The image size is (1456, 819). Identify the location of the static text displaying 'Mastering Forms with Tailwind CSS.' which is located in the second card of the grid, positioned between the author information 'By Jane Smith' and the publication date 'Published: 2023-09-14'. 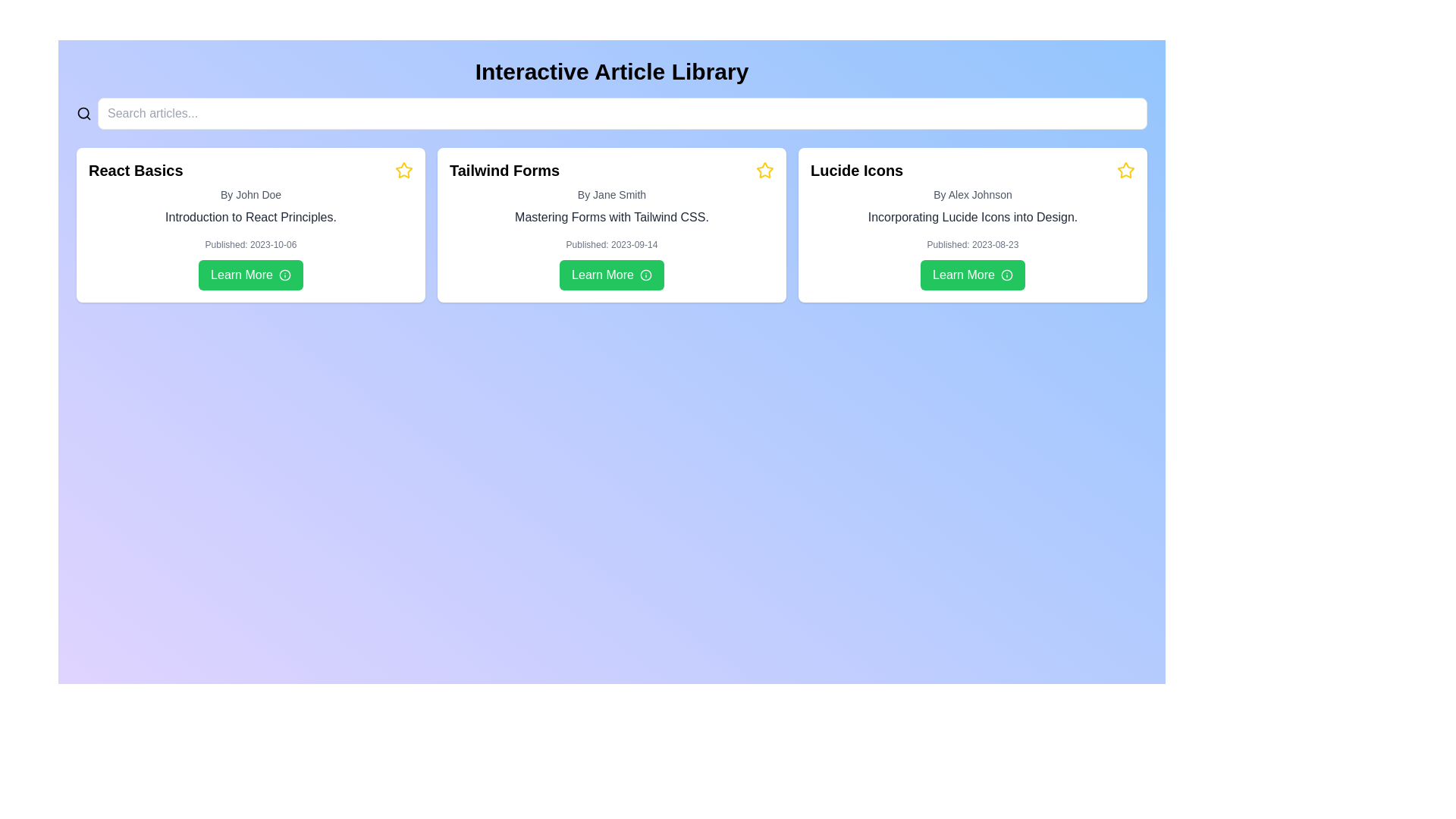
(611, 217).